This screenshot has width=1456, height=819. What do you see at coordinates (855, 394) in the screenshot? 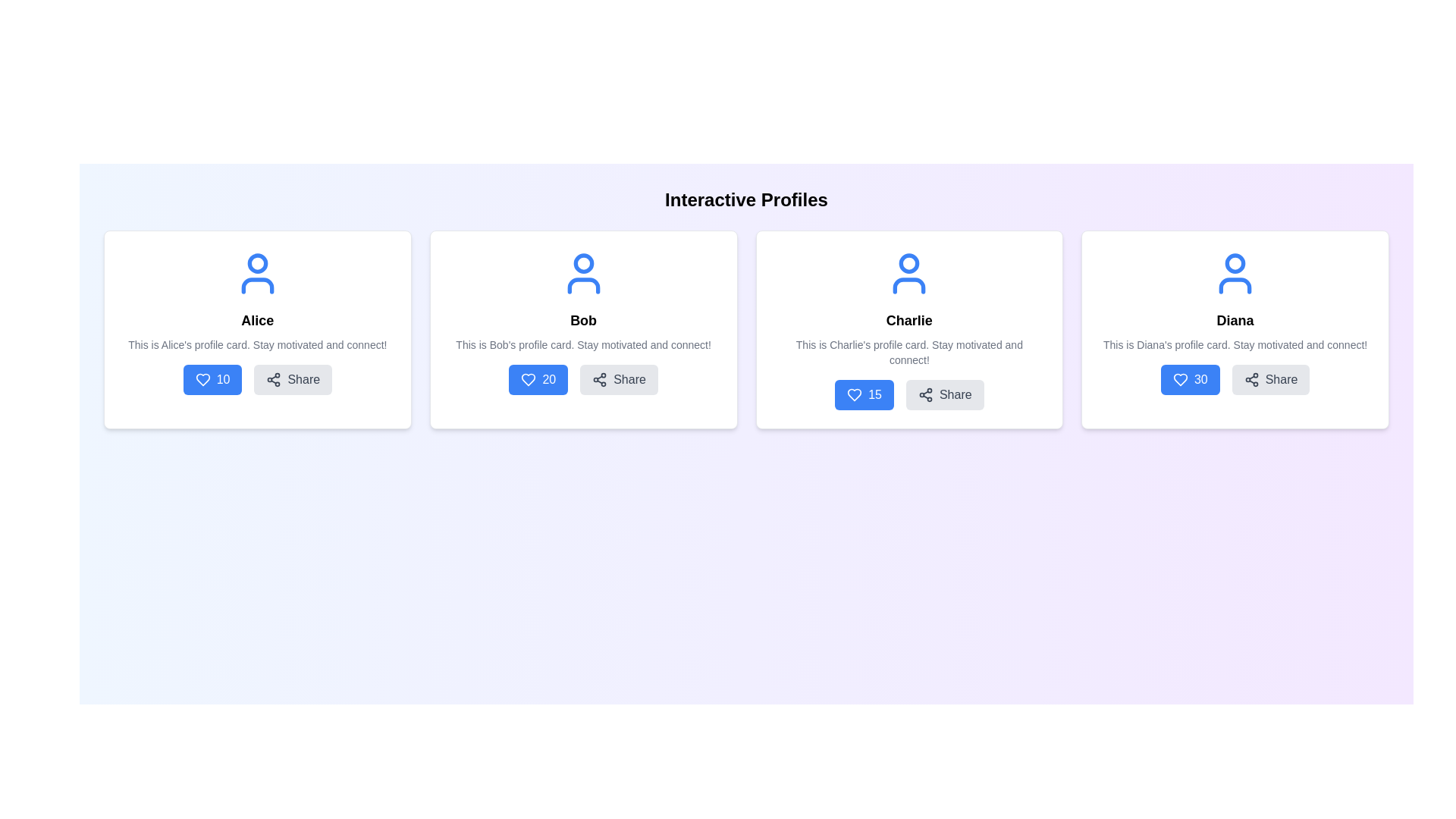
I see `the heart-shaped icon with an outlined design located to the left of the number '15' within the rounded blue button on Charlie's profile card to express liking` at bounding box center [855, 394].